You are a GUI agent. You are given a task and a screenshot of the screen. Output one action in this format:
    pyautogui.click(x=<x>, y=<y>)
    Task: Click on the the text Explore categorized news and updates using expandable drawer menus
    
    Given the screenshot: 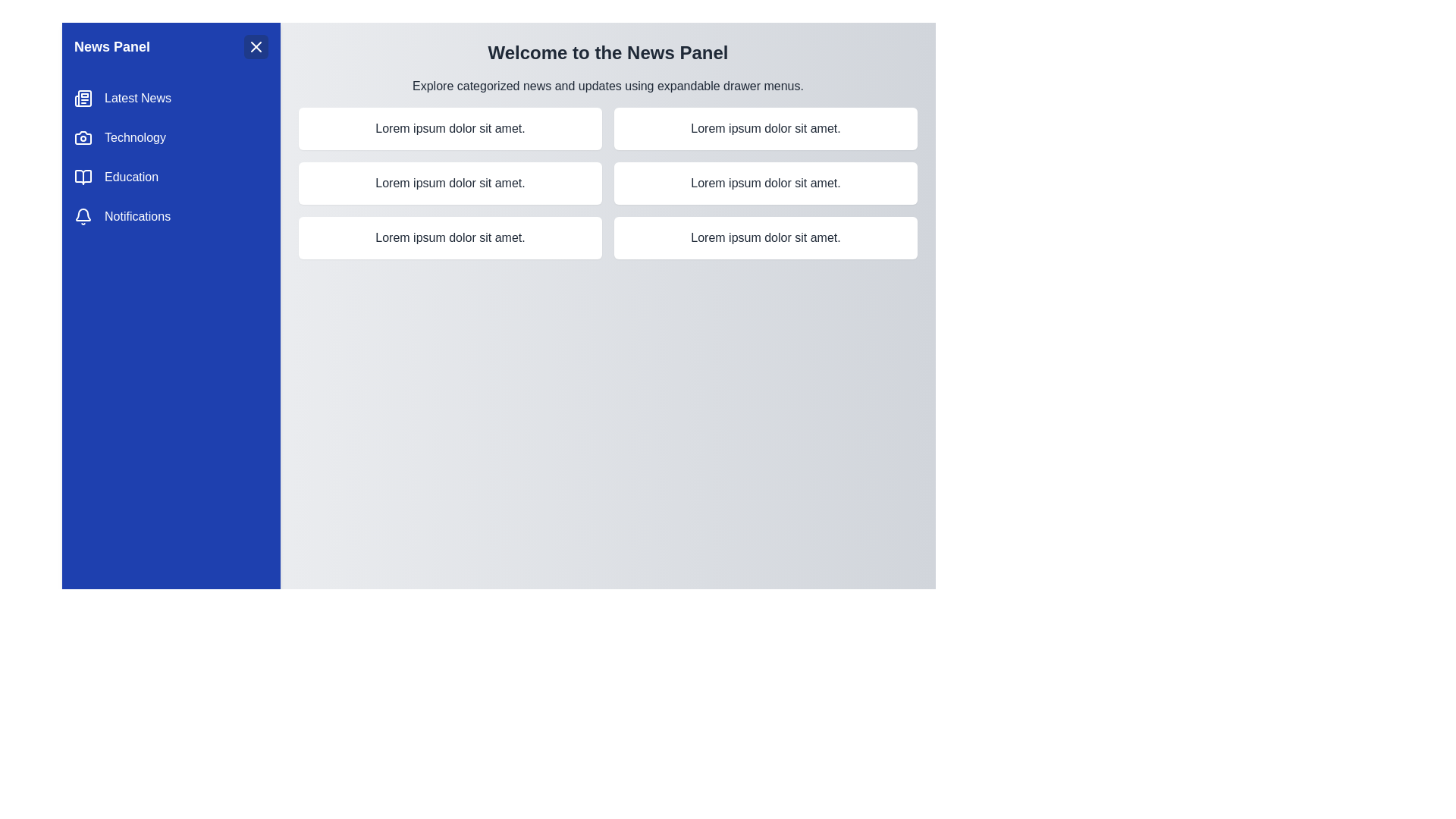 What is the action you would take?
    pyautogui.click(x=607, y=86)
    